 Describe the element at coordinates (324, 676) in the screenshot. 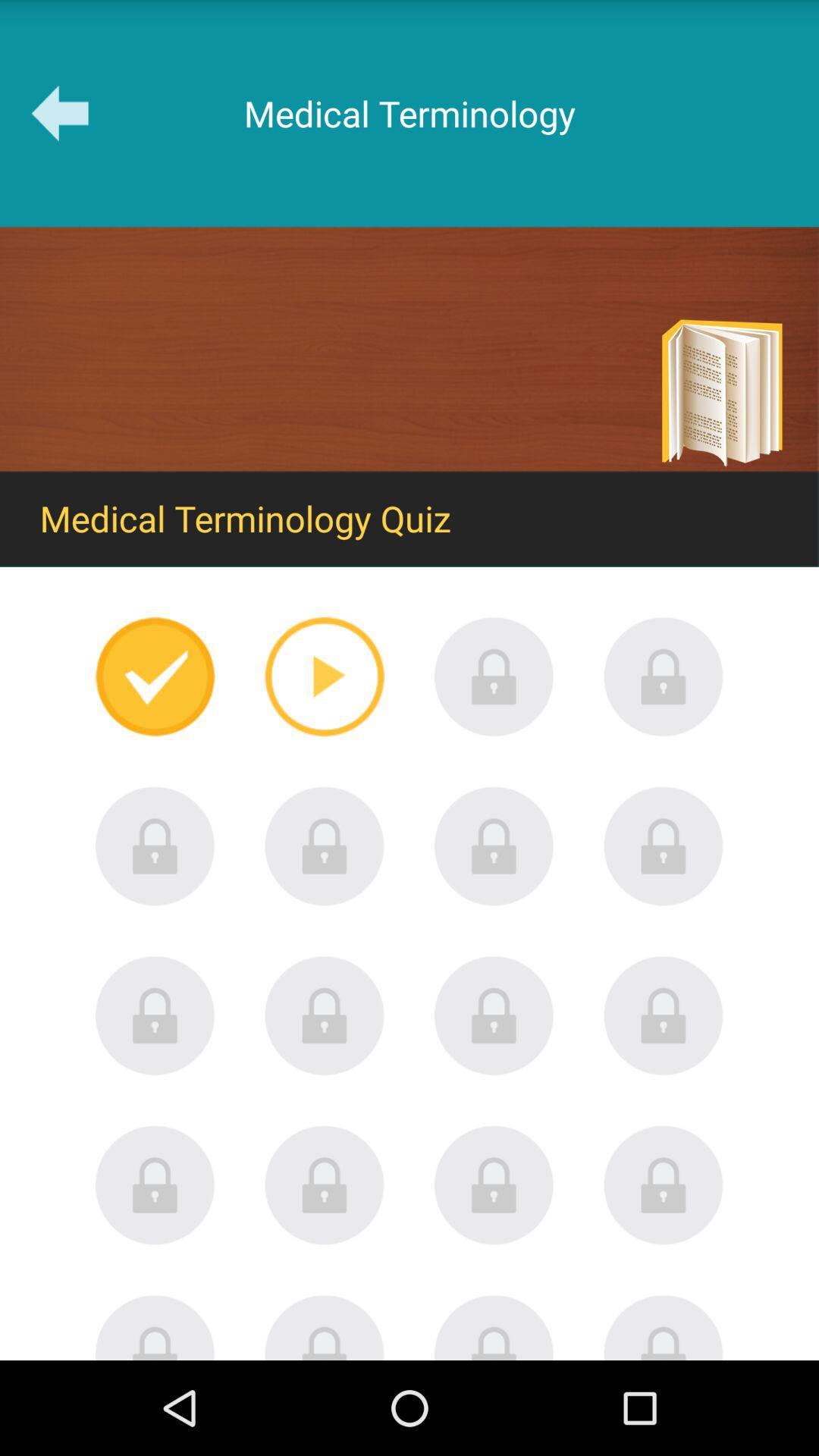

I see `play` at that location.